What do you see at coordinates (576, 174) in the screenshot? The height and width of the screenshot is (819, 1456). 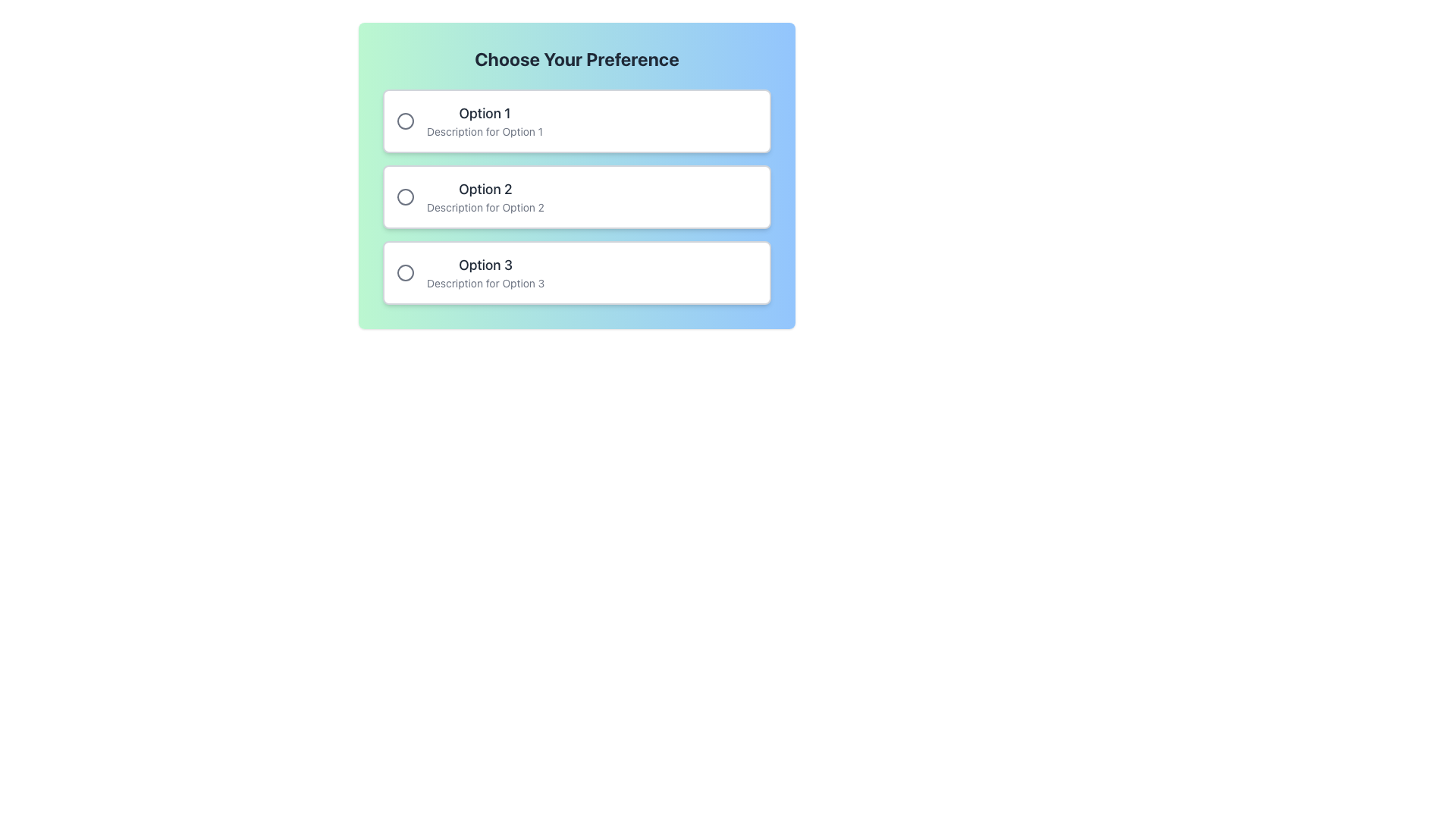 I see `the second selectable list item, labeled 'Option 2'` at bounding box center [576, 174].